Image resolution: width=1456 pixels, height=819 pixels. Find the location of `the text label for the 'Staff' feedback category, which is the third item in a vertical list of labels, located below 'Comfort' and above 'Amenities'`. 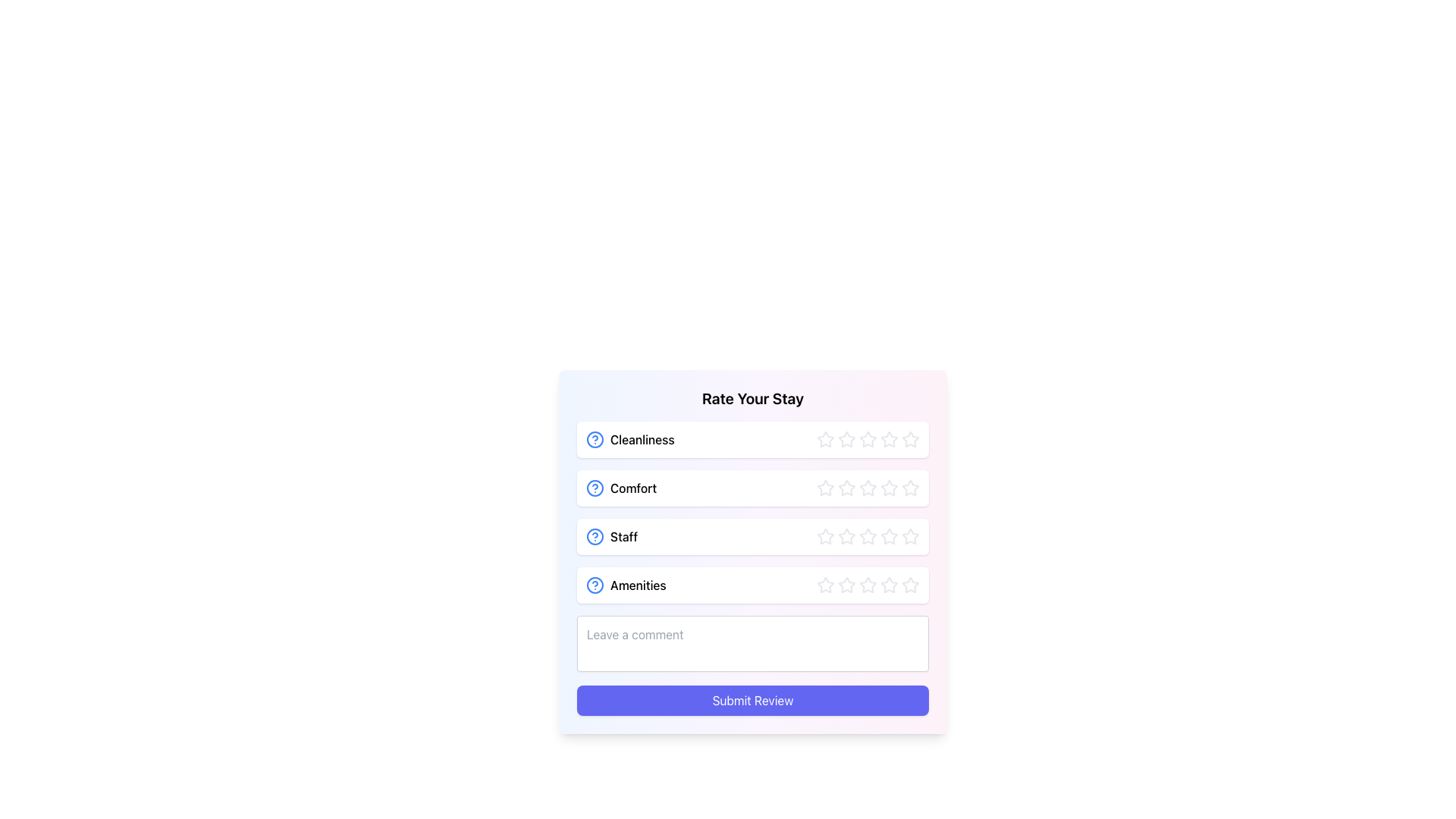

the text label for the 'Staff' feedback category, which is the third item in a vertical list of labels, located below 'Comfort' and above 'Amenities' is located at coordinates (611, 536).